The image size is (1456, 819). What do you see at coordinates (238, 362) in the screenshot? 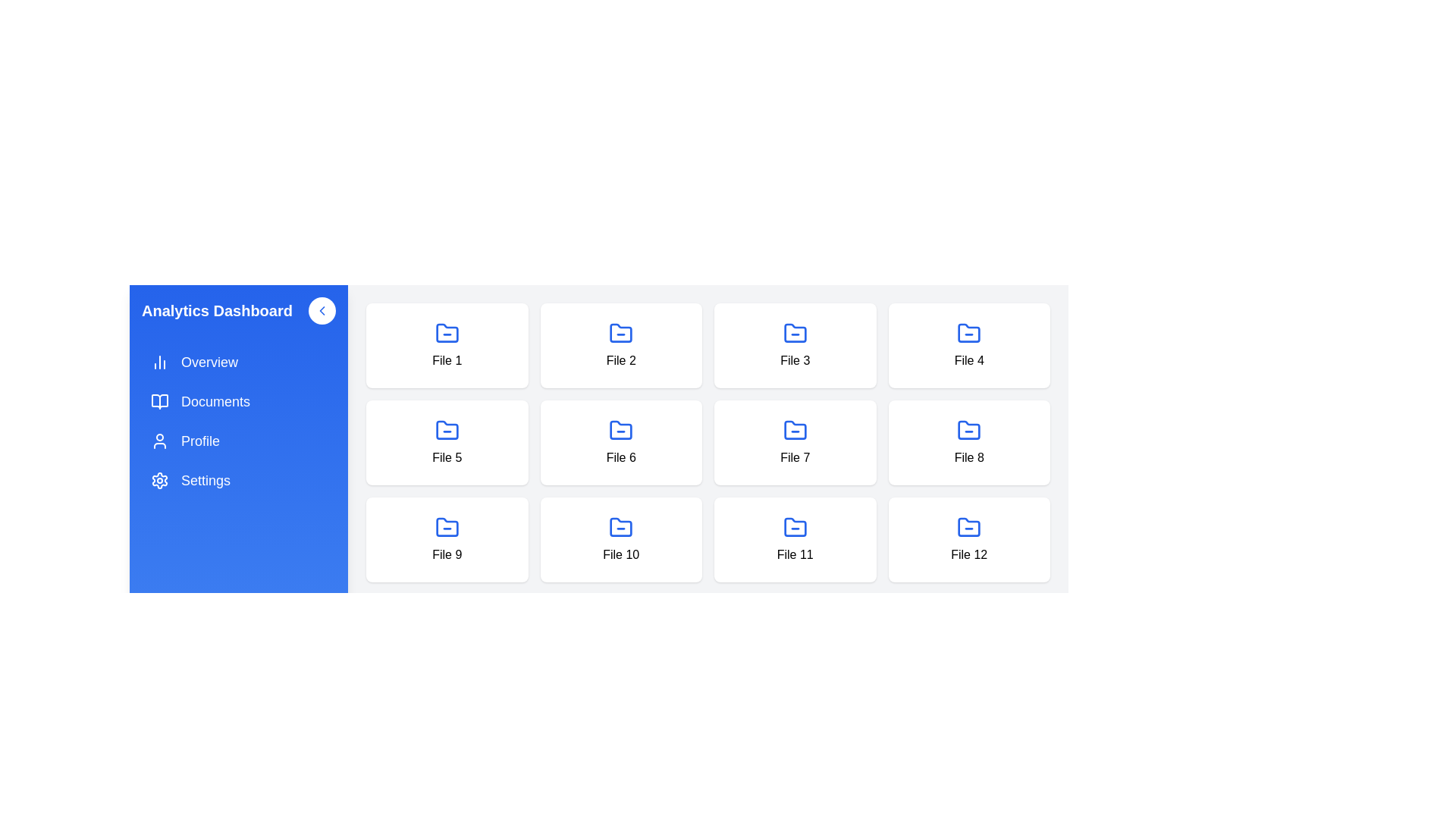
I see `the sidebar item Overview to observe interaction feedback` at bounding box center [238, 362].